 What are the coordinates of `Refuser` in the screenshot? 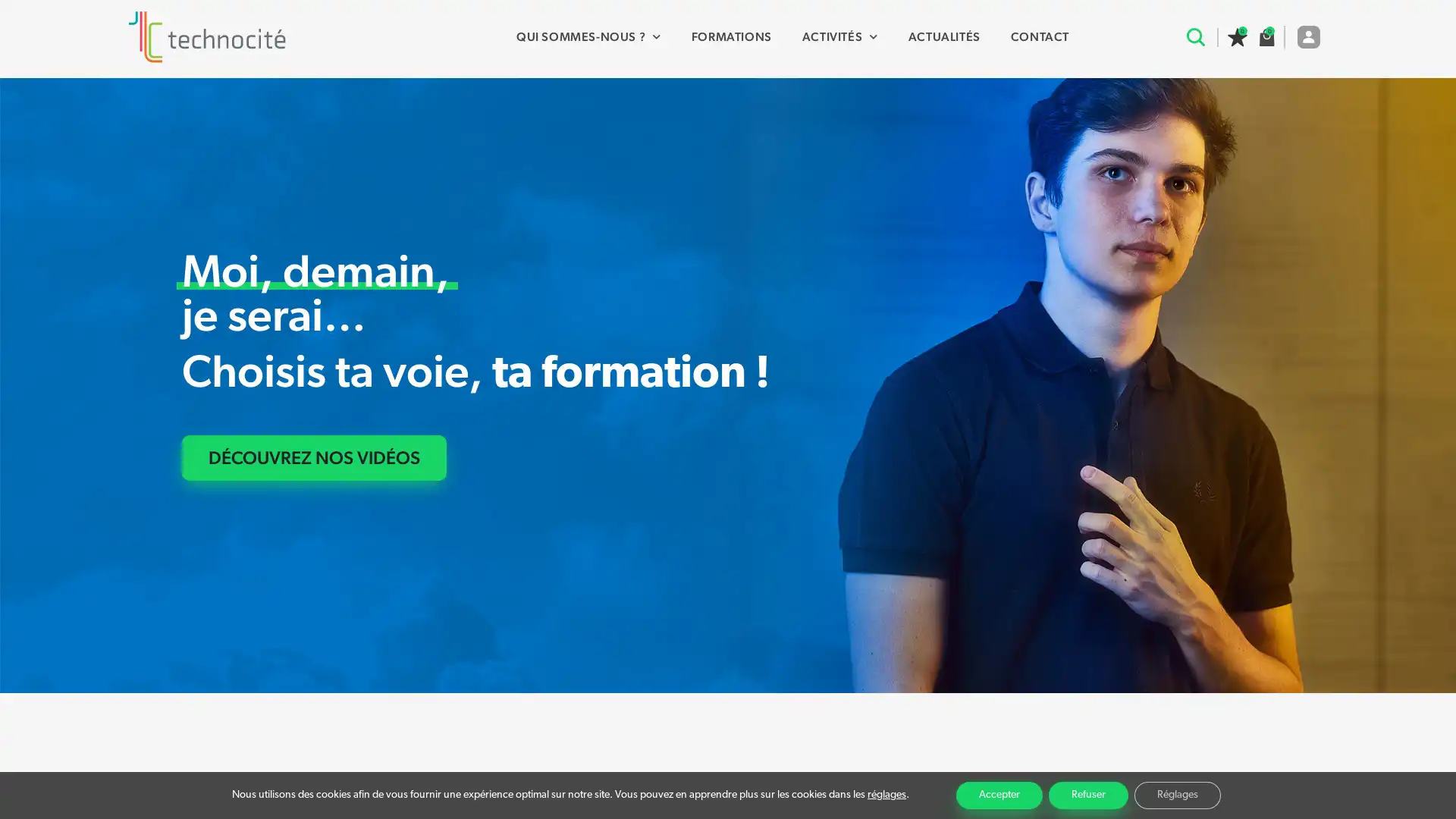 It's located at (1087, 795).